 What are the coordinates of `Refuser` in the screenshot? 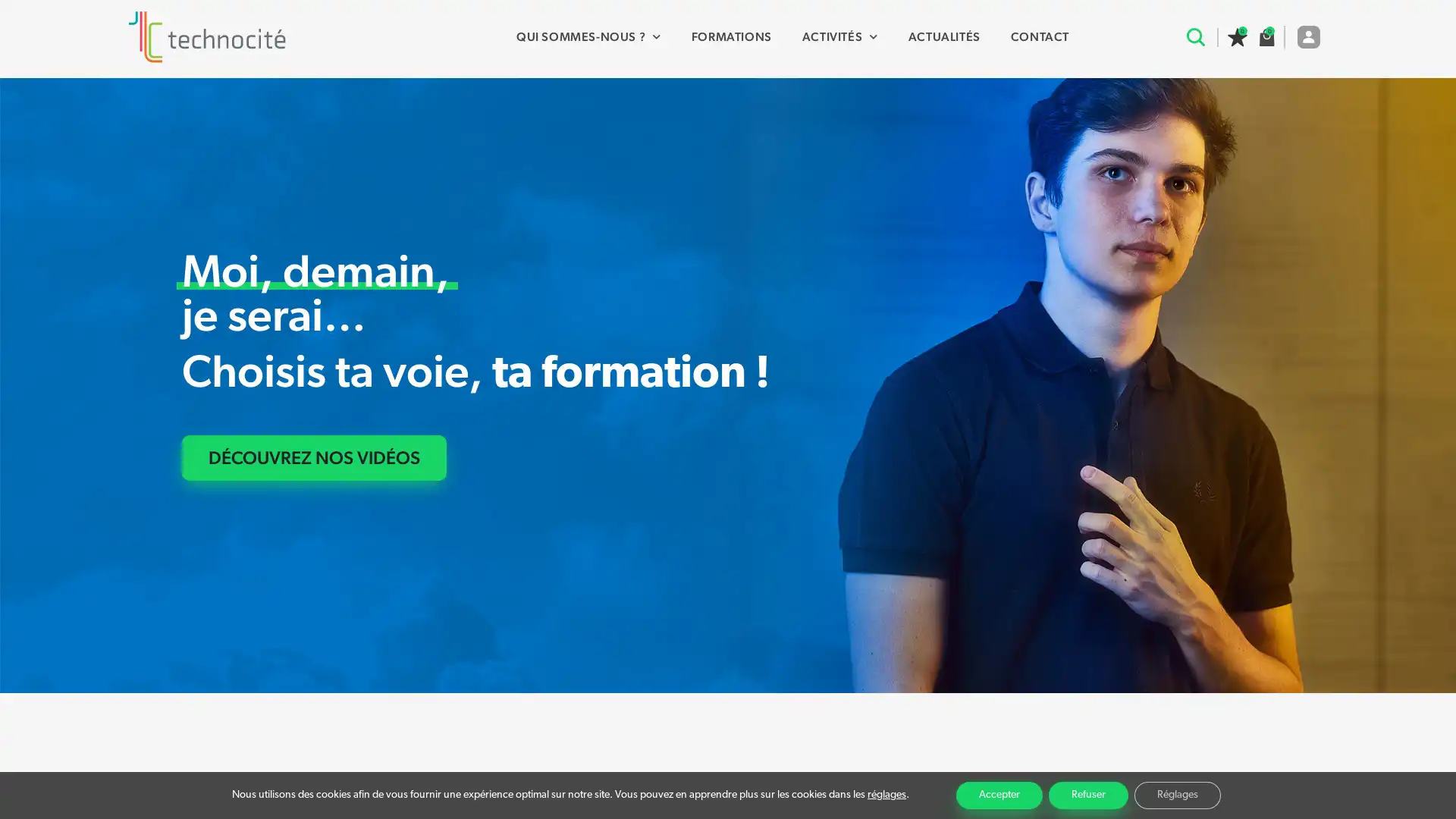 It's located at (1087, 795).